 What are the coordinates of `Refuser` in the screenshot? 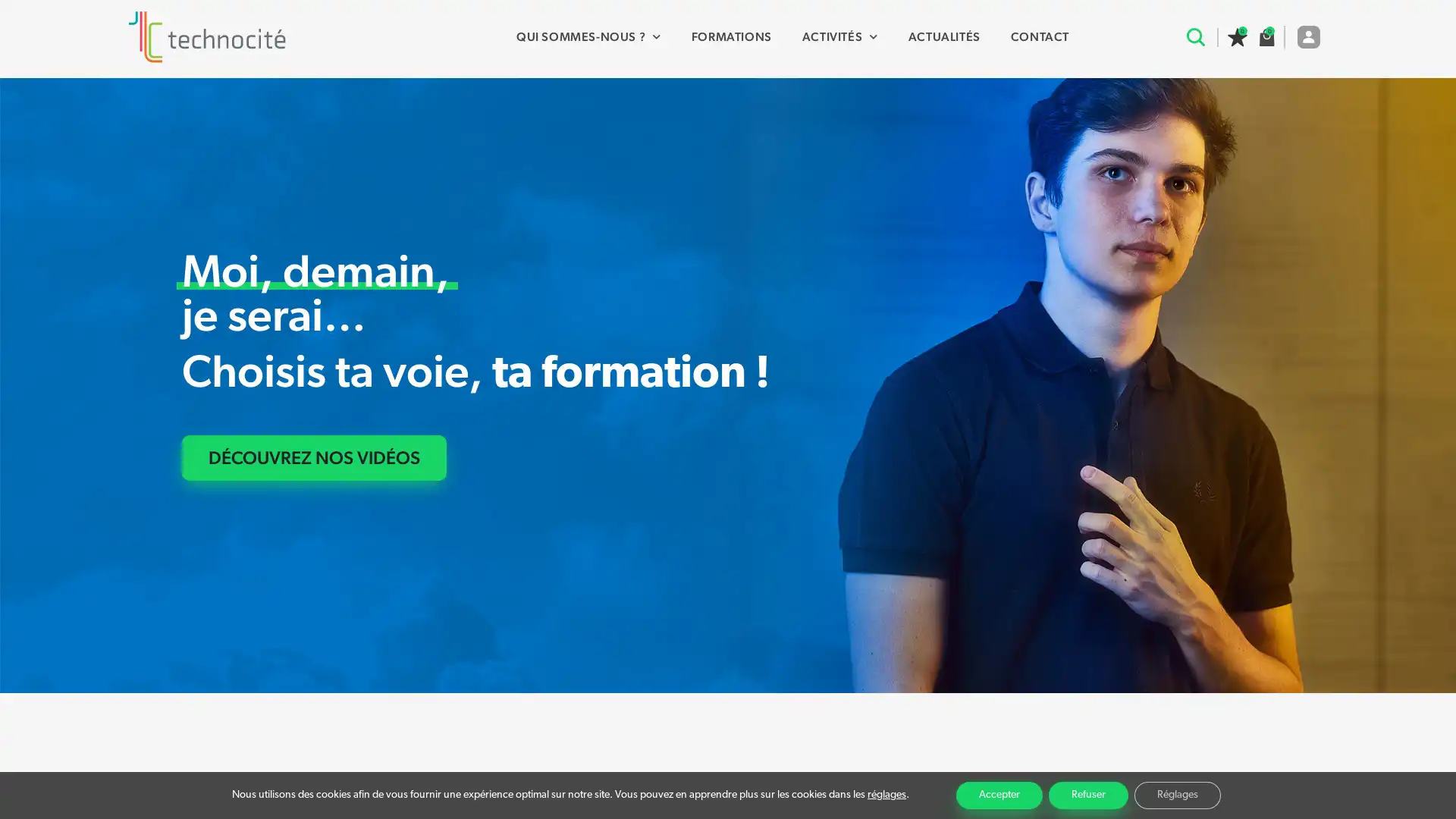 It's located at (1087, 795).